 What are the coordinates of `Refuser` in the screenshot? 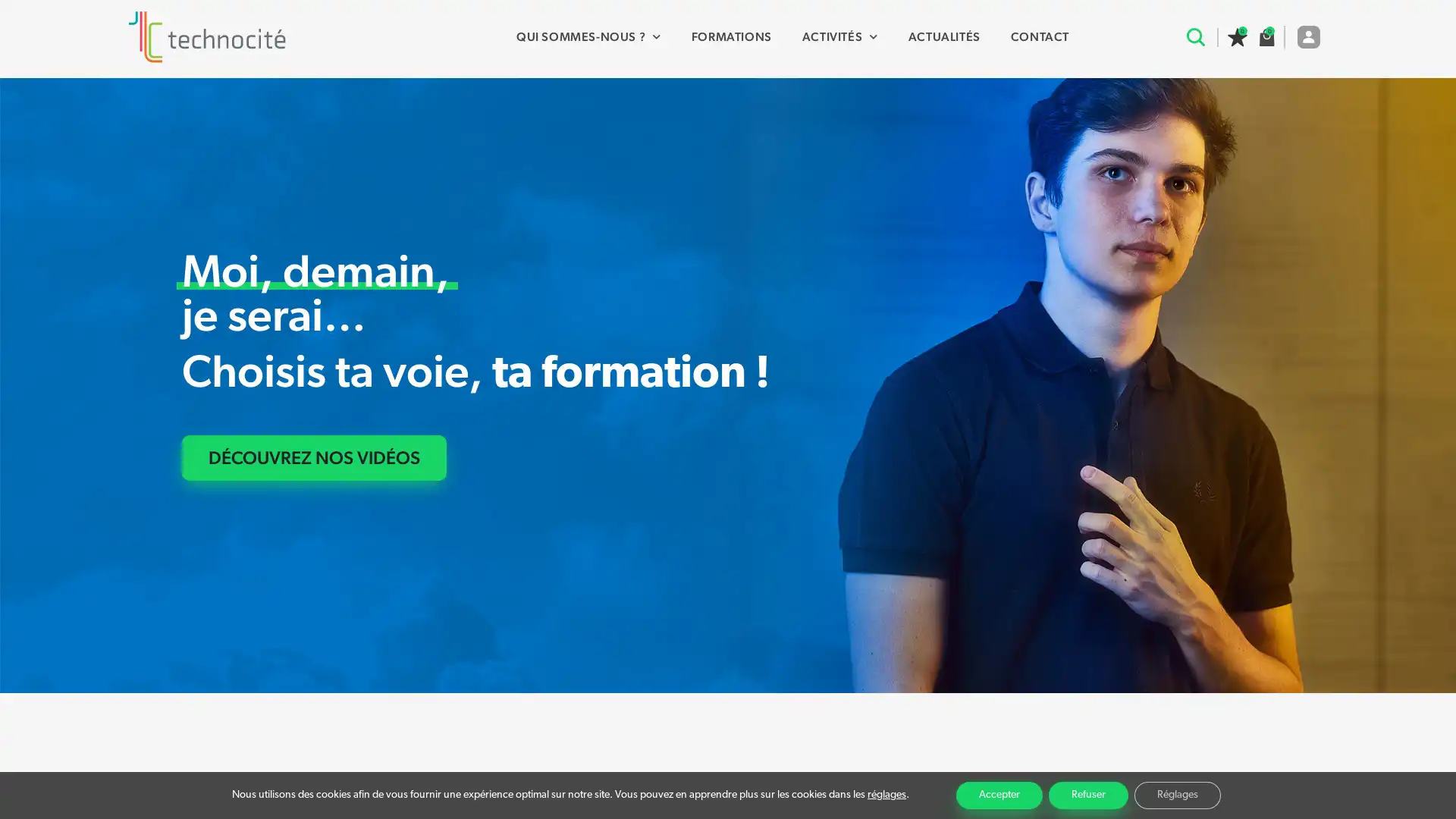 It's located at (1087, 795).